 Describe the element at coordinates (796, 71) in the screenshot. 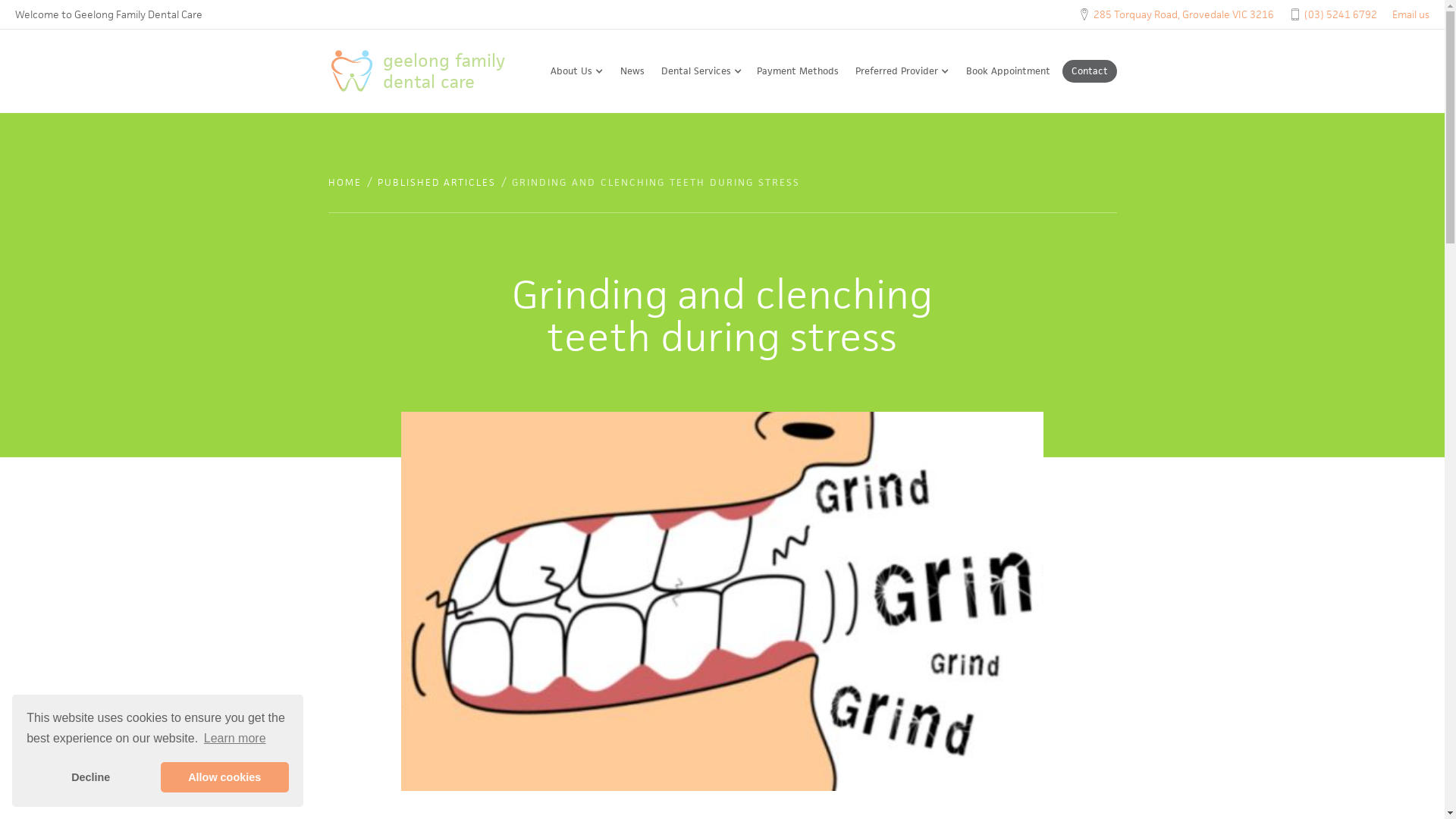

I see `'Payment Methods'` at that location.